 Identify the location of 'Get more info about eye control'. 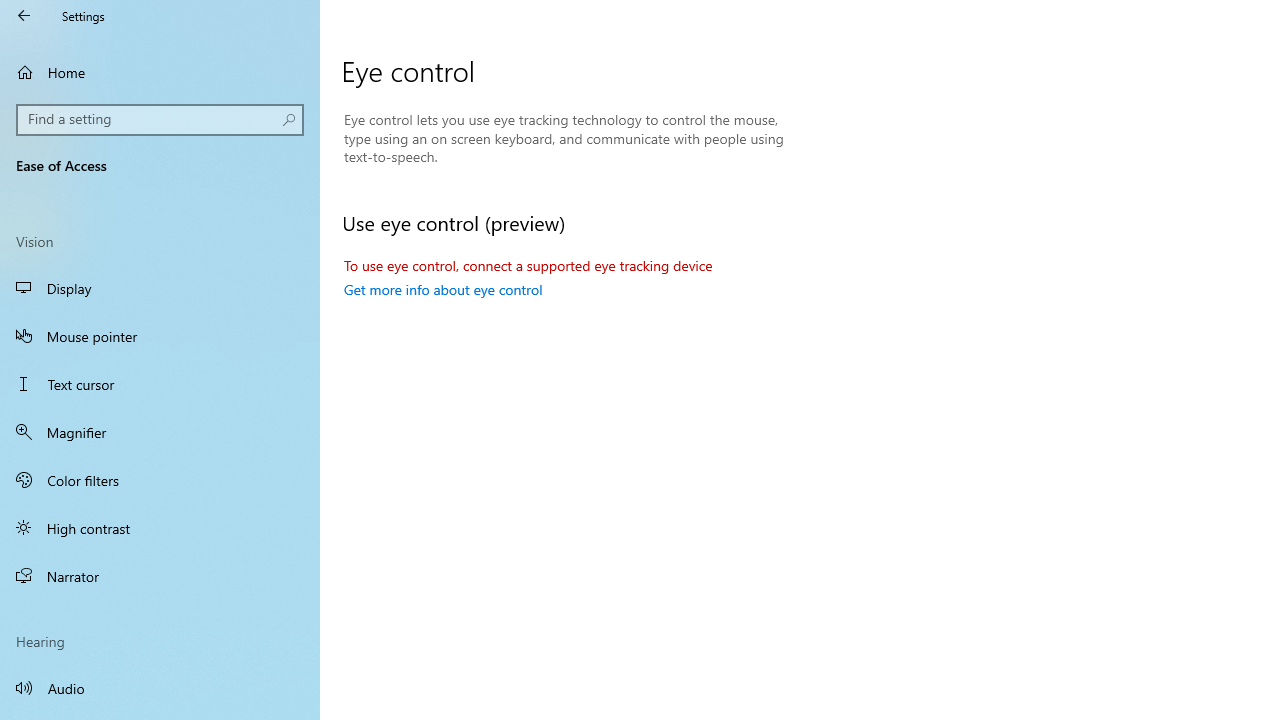
(442, 289).